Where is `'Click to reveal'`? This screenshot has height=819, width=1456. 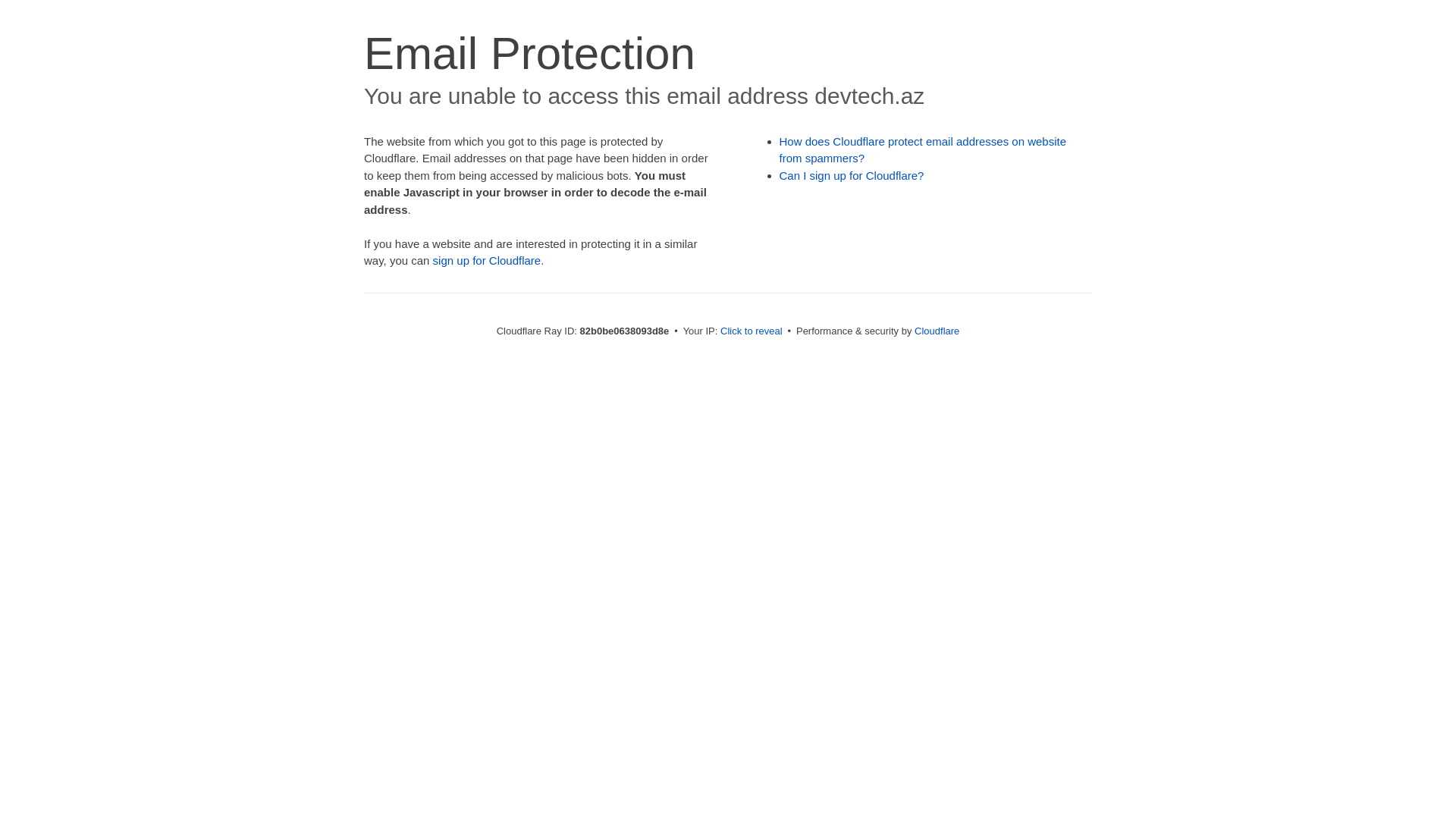
'Click to reveal' is located at coordinates (751, 330).